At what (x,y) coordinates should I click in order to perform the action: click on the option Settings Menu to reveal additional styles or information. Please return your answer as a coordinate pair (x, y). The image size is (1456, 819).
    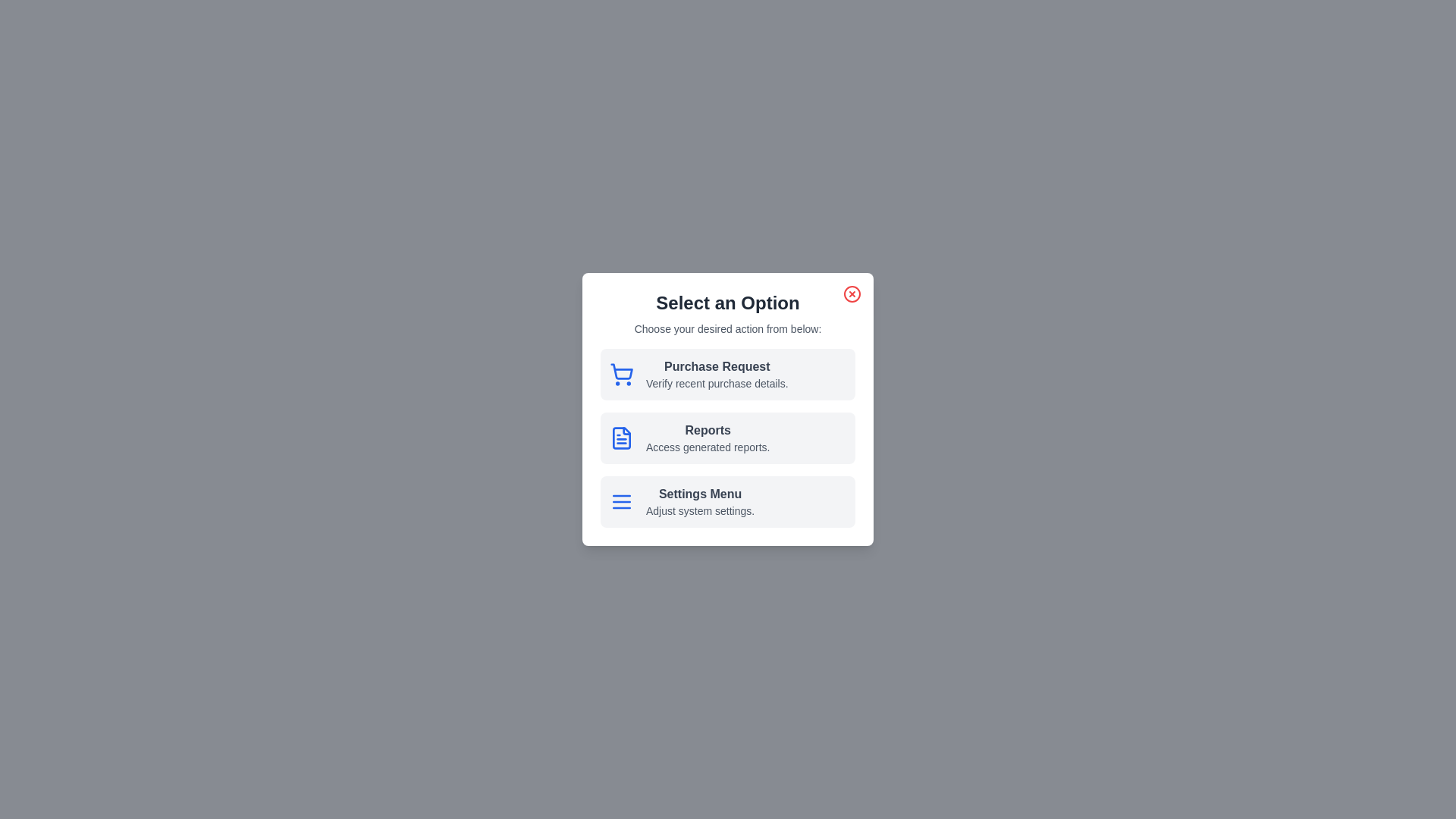
    Looking at the image, I should click on (728, 502).